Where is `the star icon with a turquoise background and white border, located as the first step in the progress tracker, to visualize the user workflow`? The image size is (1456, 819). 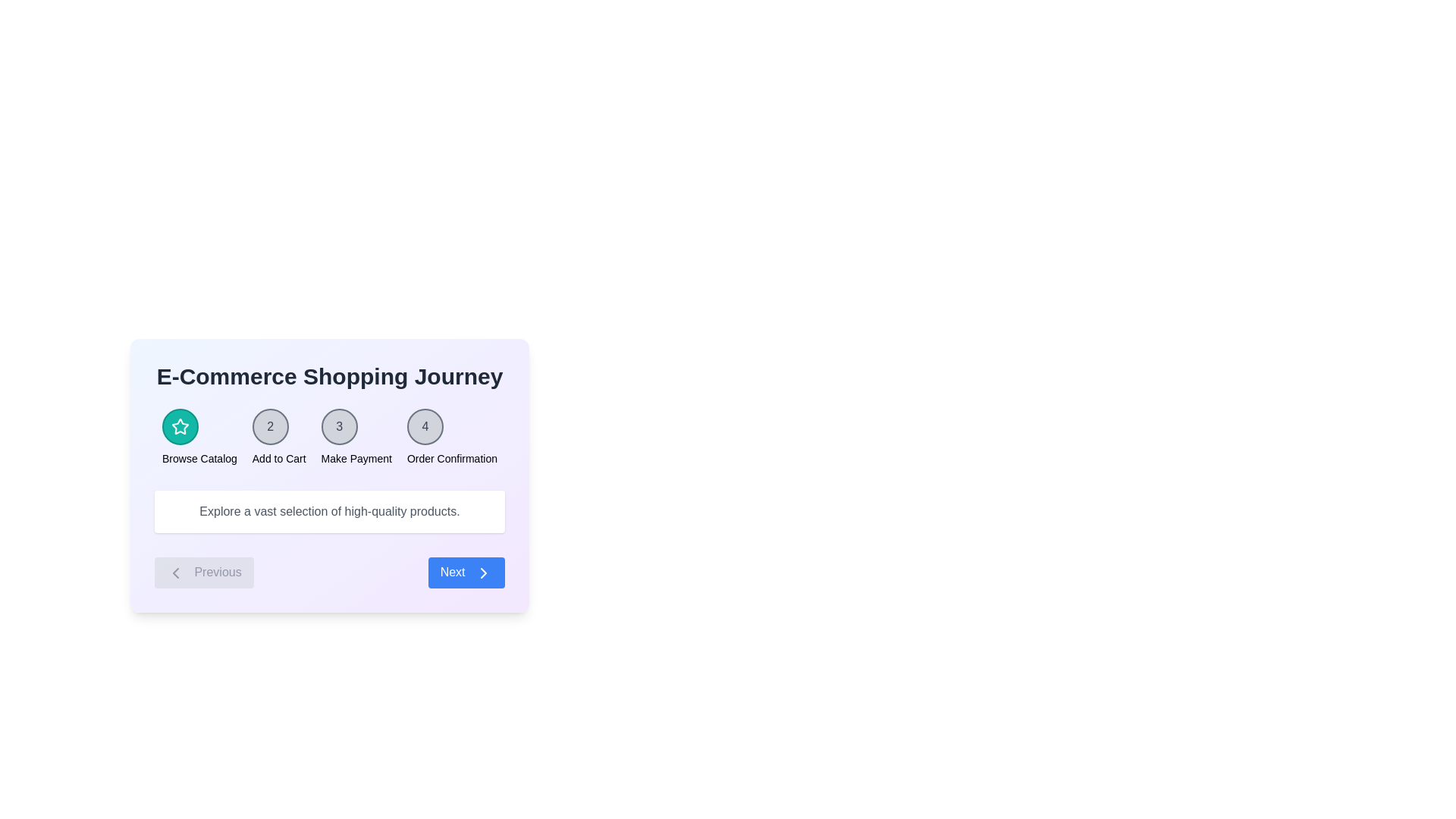
the star icon with a turquoise background and white border, located as the first step in the progress tracker, to visualize the user workflow is located at coordinates (180, 427).